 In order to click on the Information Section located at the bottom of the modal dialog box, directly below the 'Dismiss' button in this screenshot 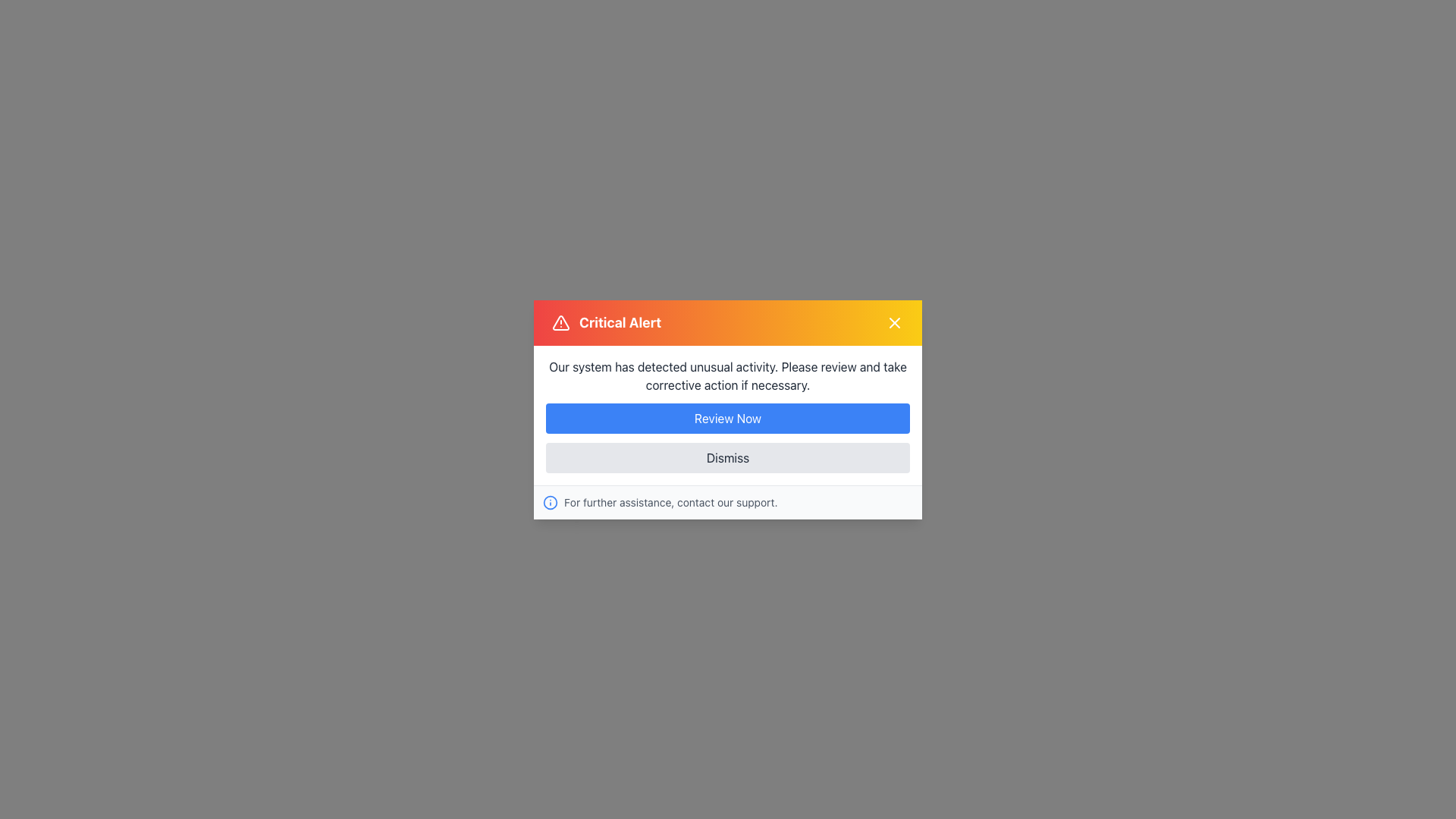, I will do `click(728, 502)`.